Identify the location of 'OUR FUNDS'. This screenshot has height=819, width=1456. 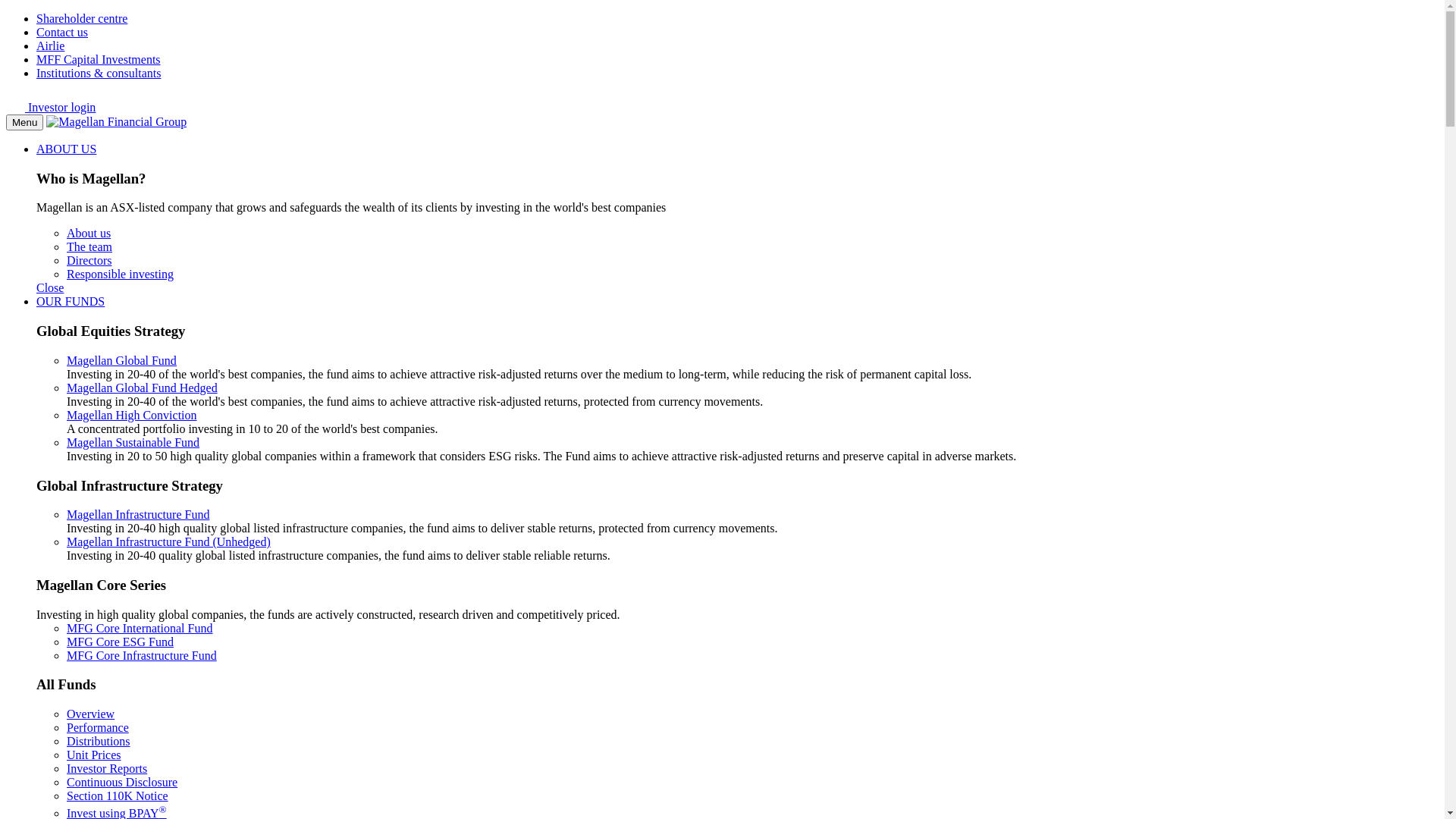
(36, 301).